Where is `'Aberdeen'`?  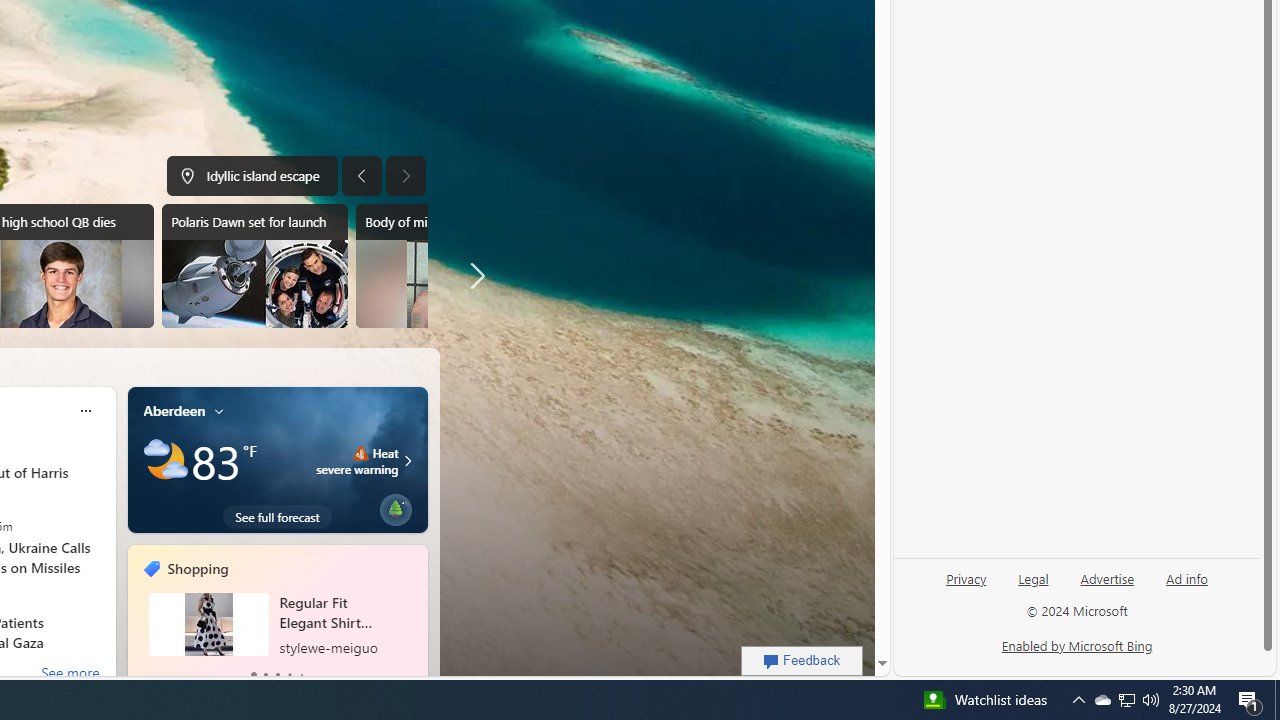 'Aberdeen' is located at coordinates (174, 409).